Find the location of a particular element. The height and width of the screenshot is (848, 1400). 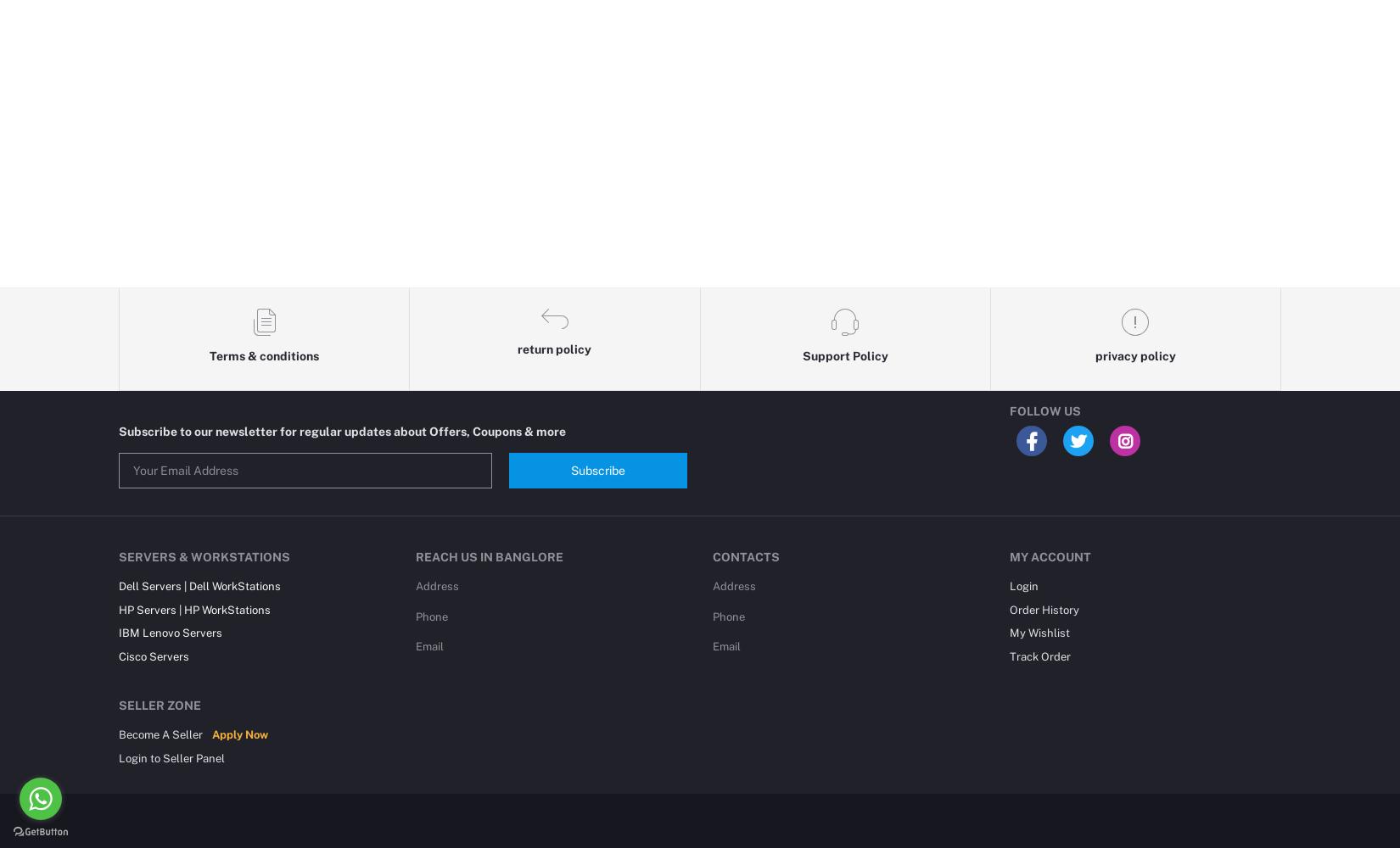

'privacy policy' is located at coordinates (1134, 355).